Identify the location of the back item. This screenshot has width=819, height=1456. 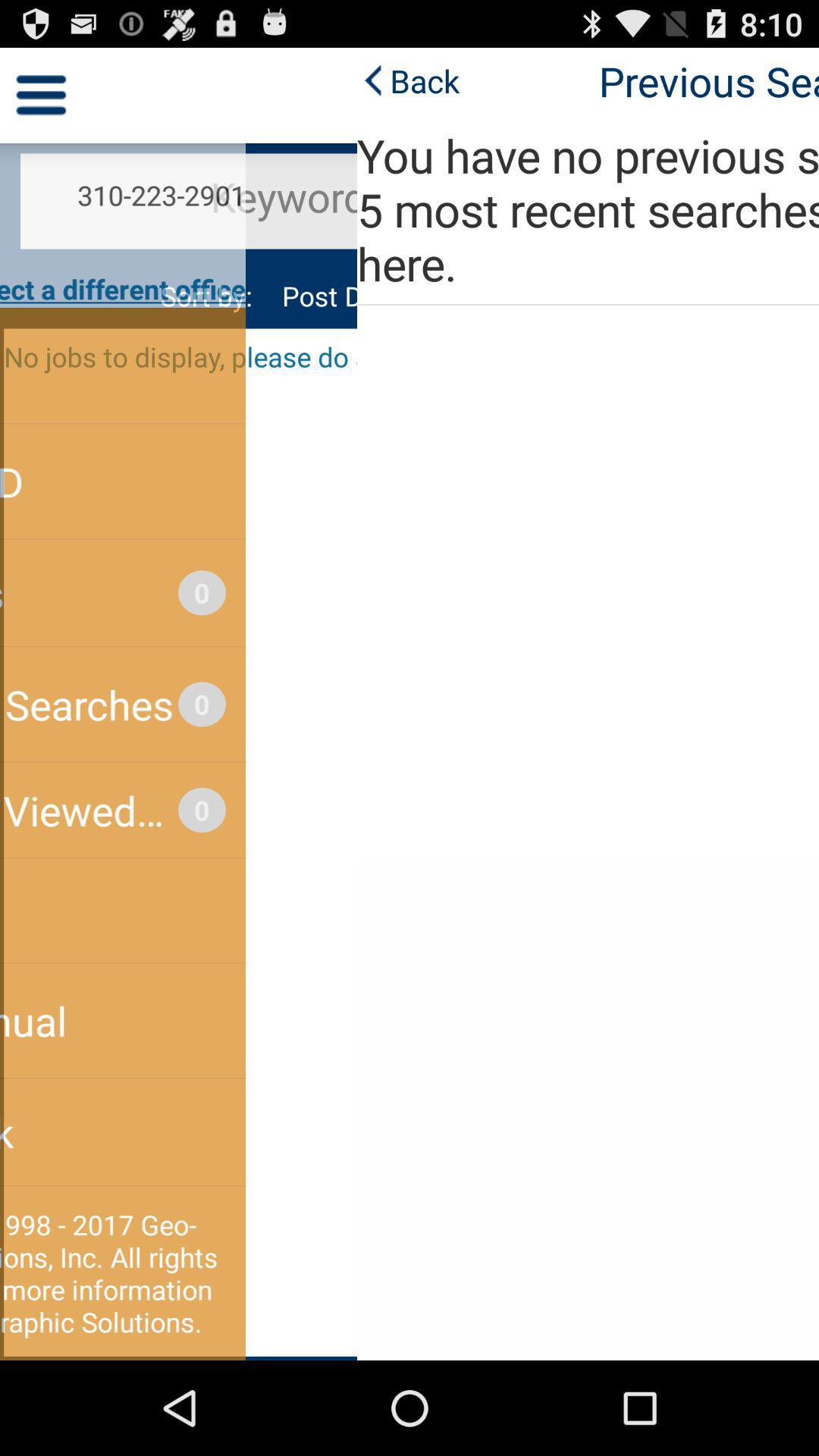
(50, 80).